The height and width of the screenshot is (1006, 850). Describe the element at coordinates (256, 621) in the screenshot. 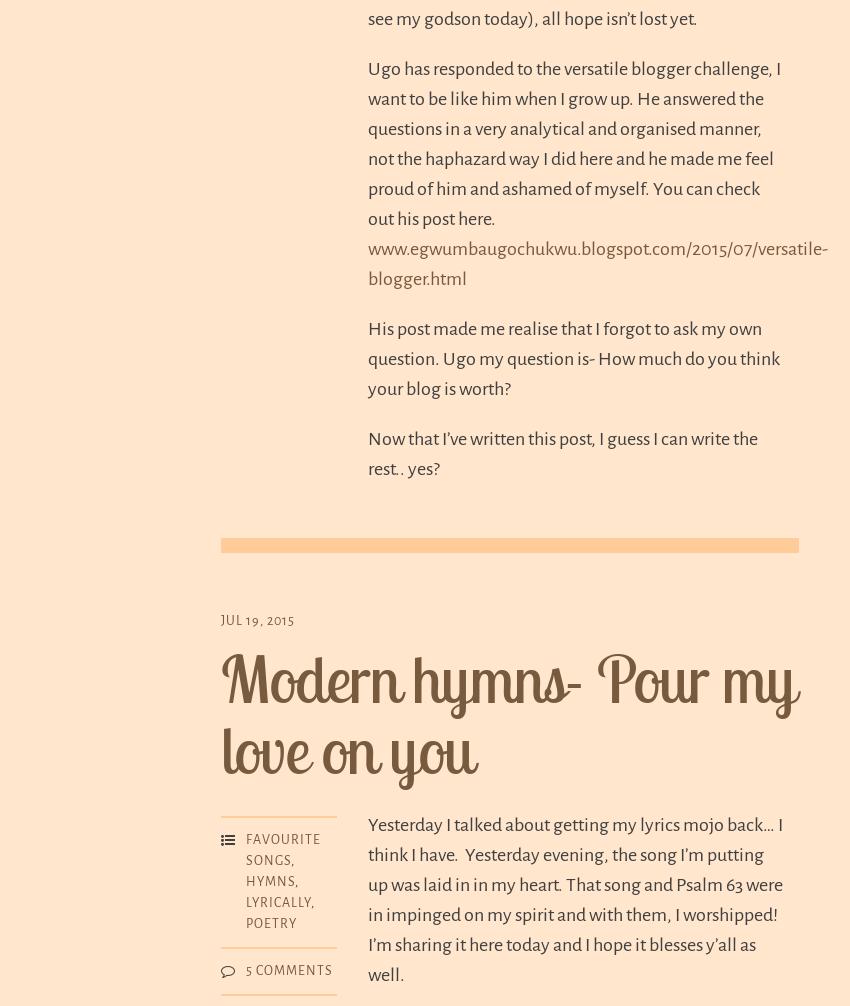

I see `'Jul 19, 2015'` at that location.